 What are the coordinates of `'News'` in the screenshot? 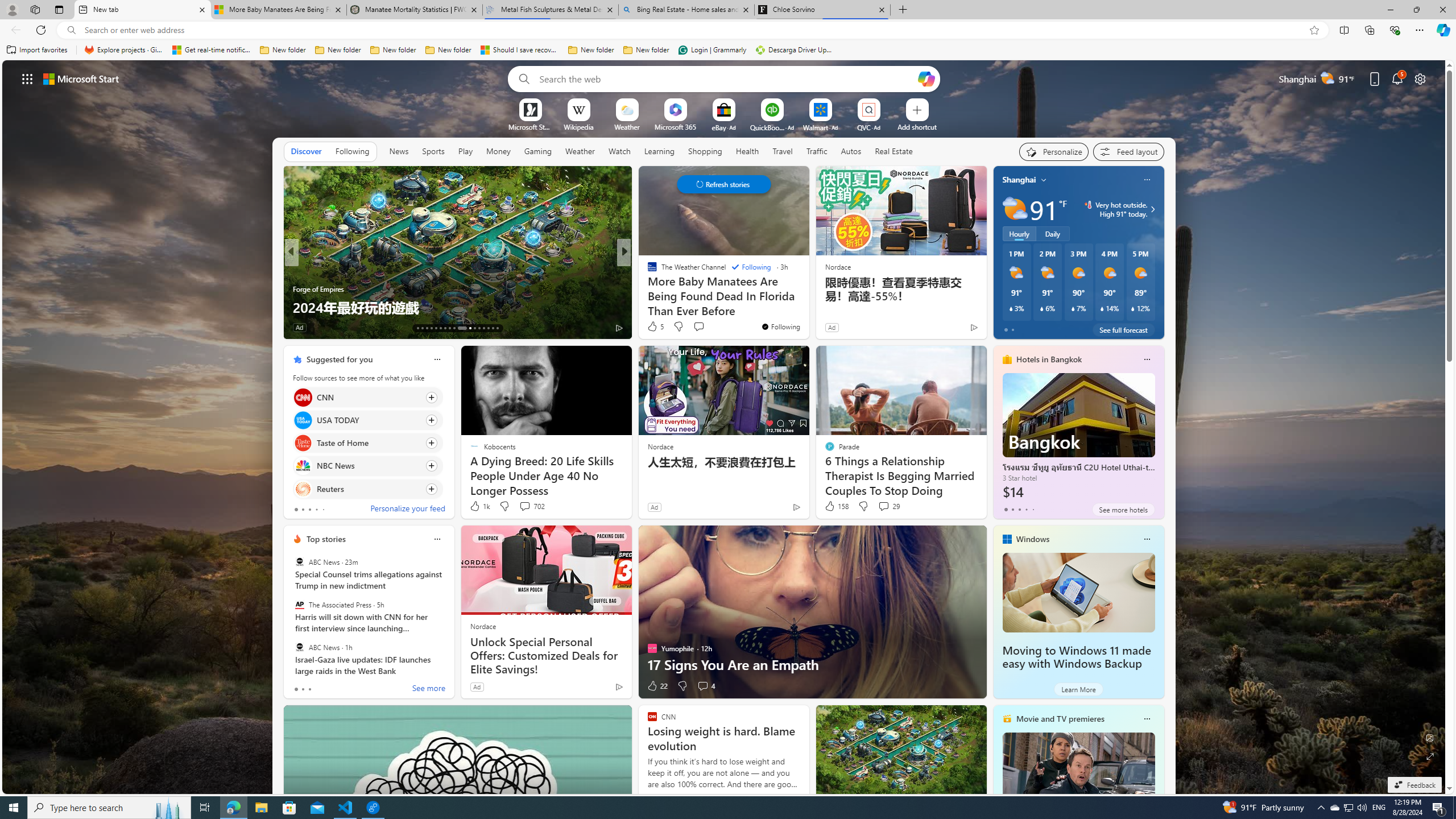 It's located at (399, 150).